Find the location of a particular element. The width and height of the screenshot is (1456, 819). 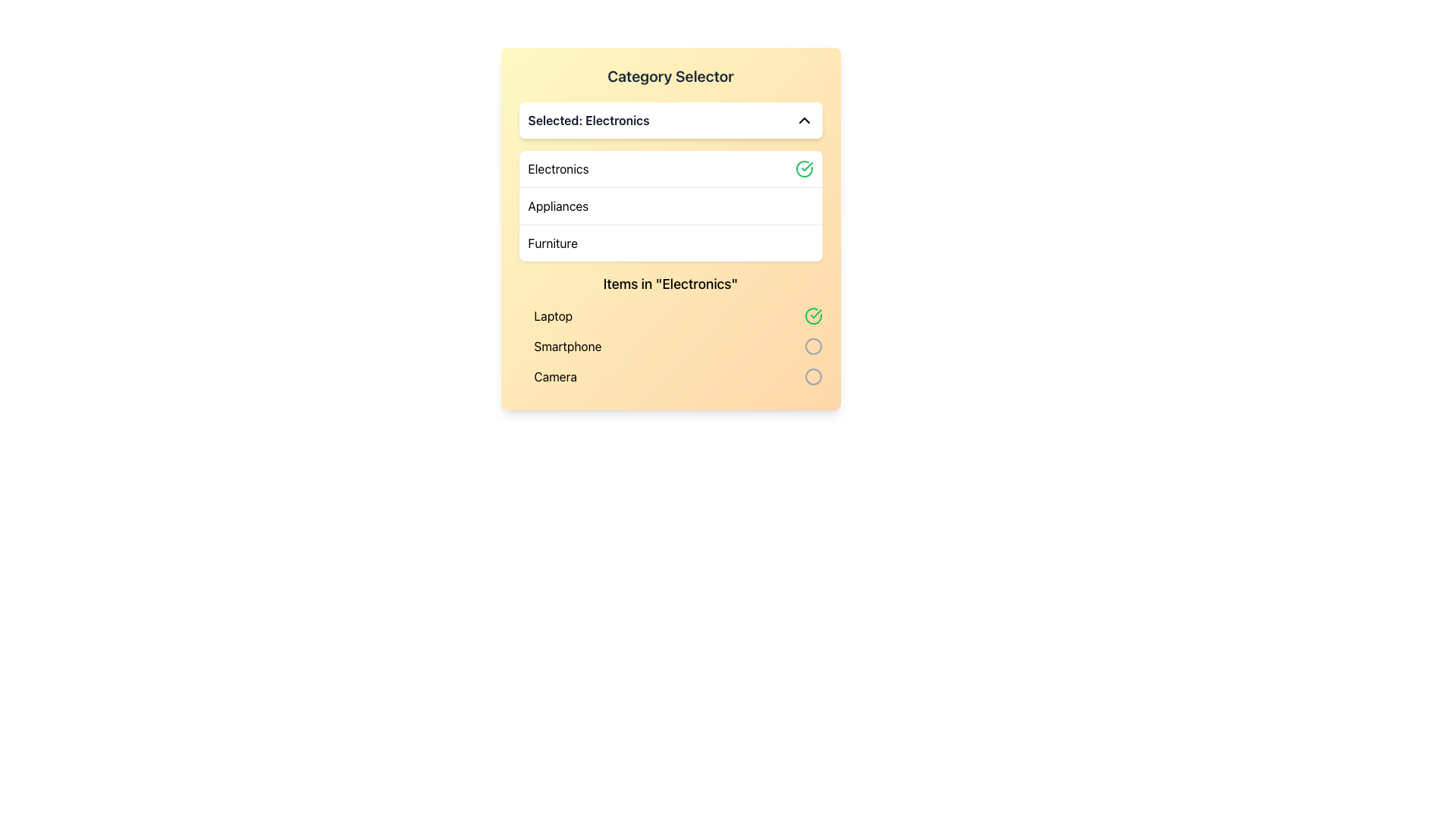

the 'Appliances' text label is located at coordinates (557, 206).